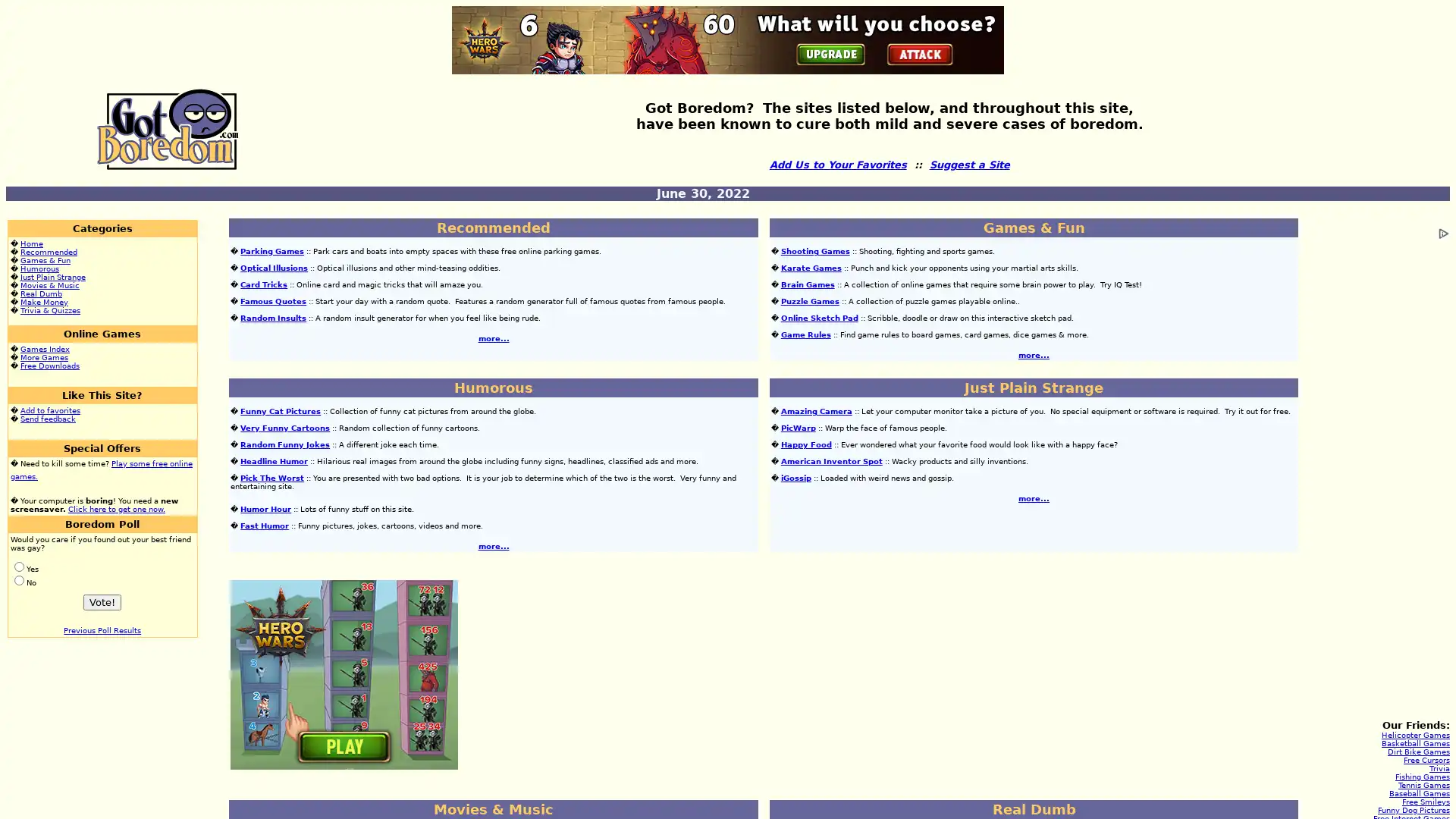 This screenshot has height=819, width=1456. What do you see at coordinates (101, 601) in the screenshot?
I see `Vote!` at bounding box center [101, 601].